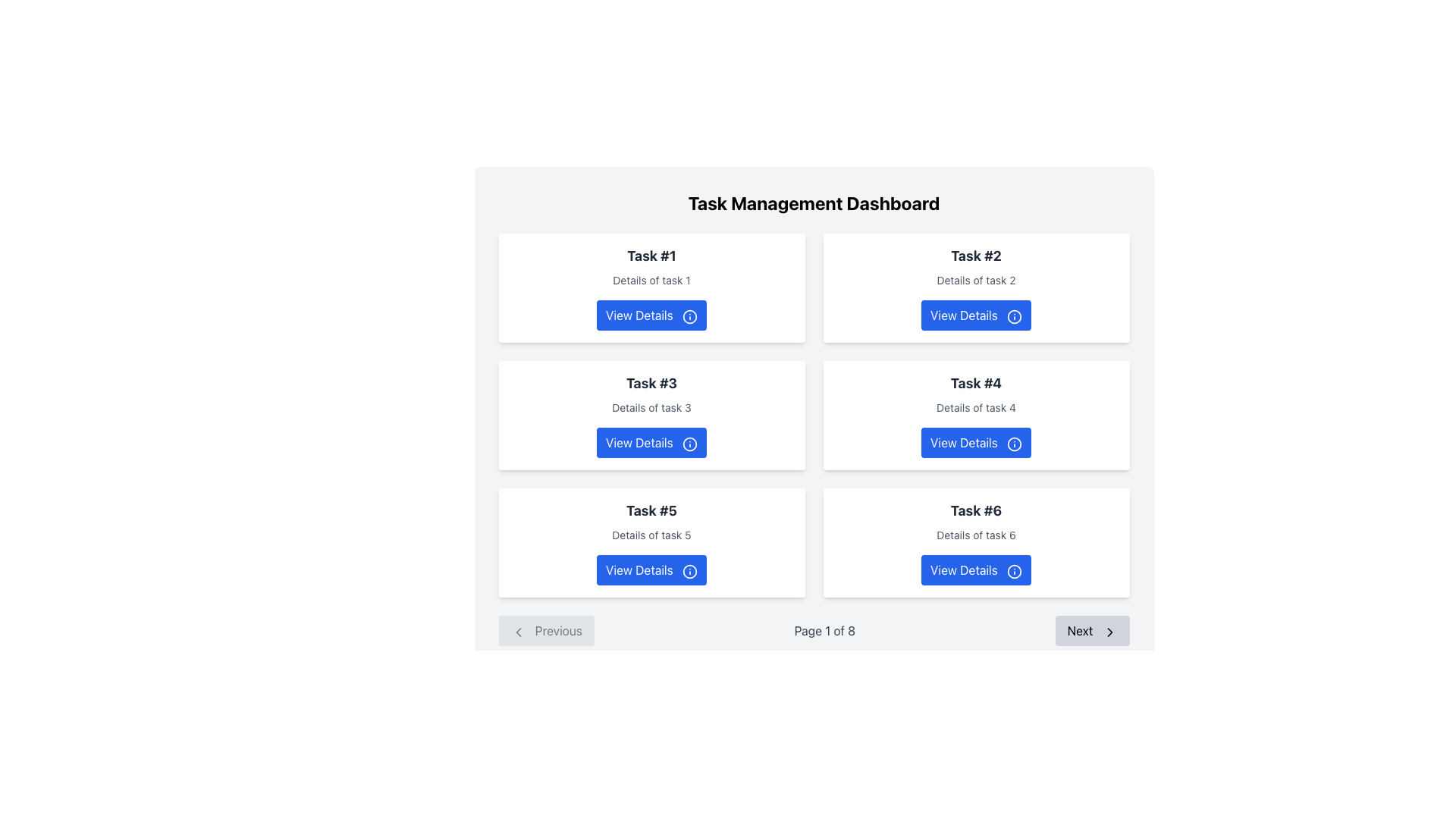  I want to click on text content of the centered text header element displaying 'Task Management Dashboard', which is prominently styled in bold and located at the top of the dashboard interface, so click(813, 202).